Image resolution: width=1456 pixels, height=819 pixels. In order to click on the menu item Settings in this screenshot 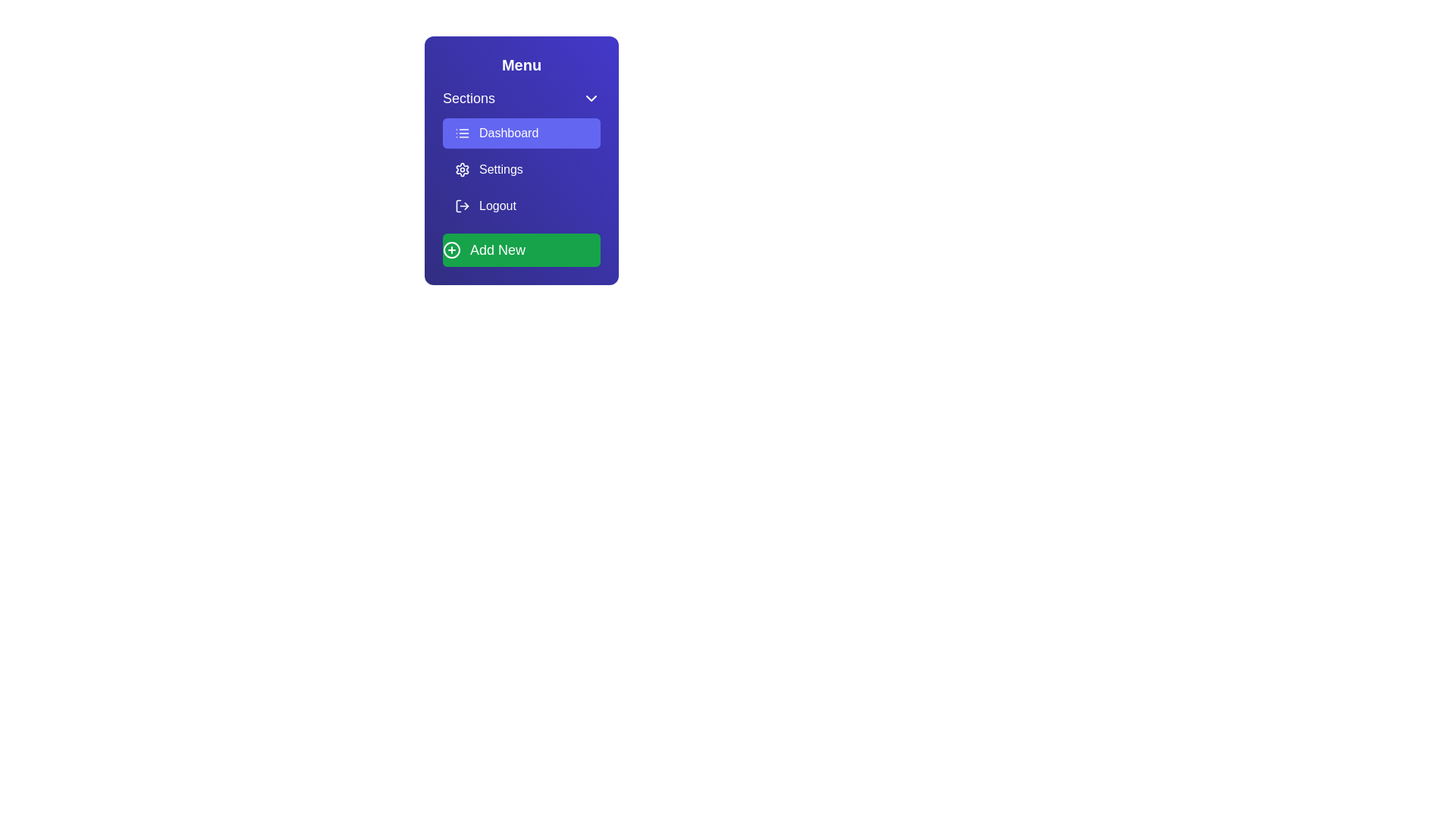, I will do `click(521, 169)`.